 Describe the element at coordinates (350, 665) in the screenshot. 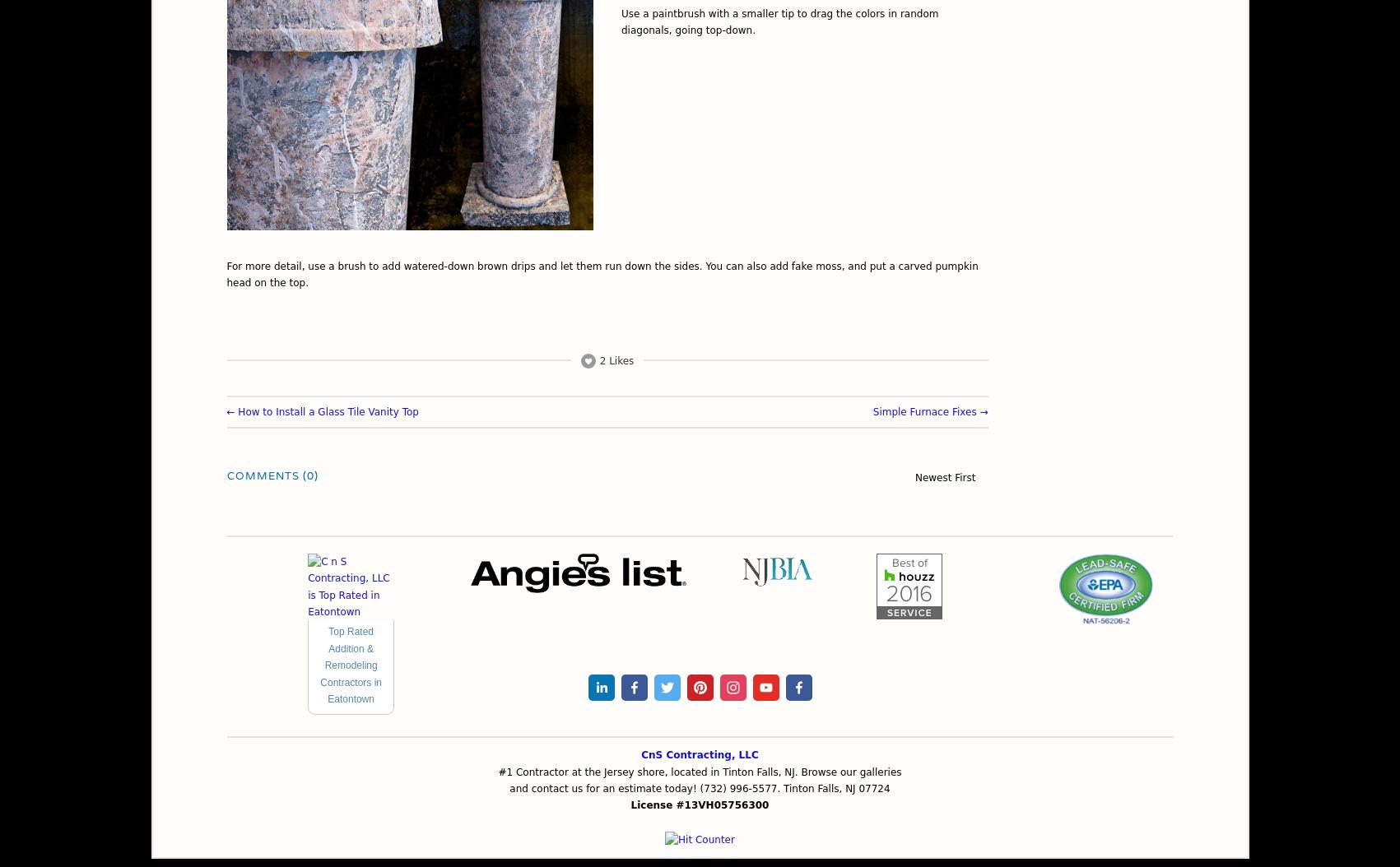

I see `'Top Rated Addition & Remodeling Contractors in Eatontown'` at that location.